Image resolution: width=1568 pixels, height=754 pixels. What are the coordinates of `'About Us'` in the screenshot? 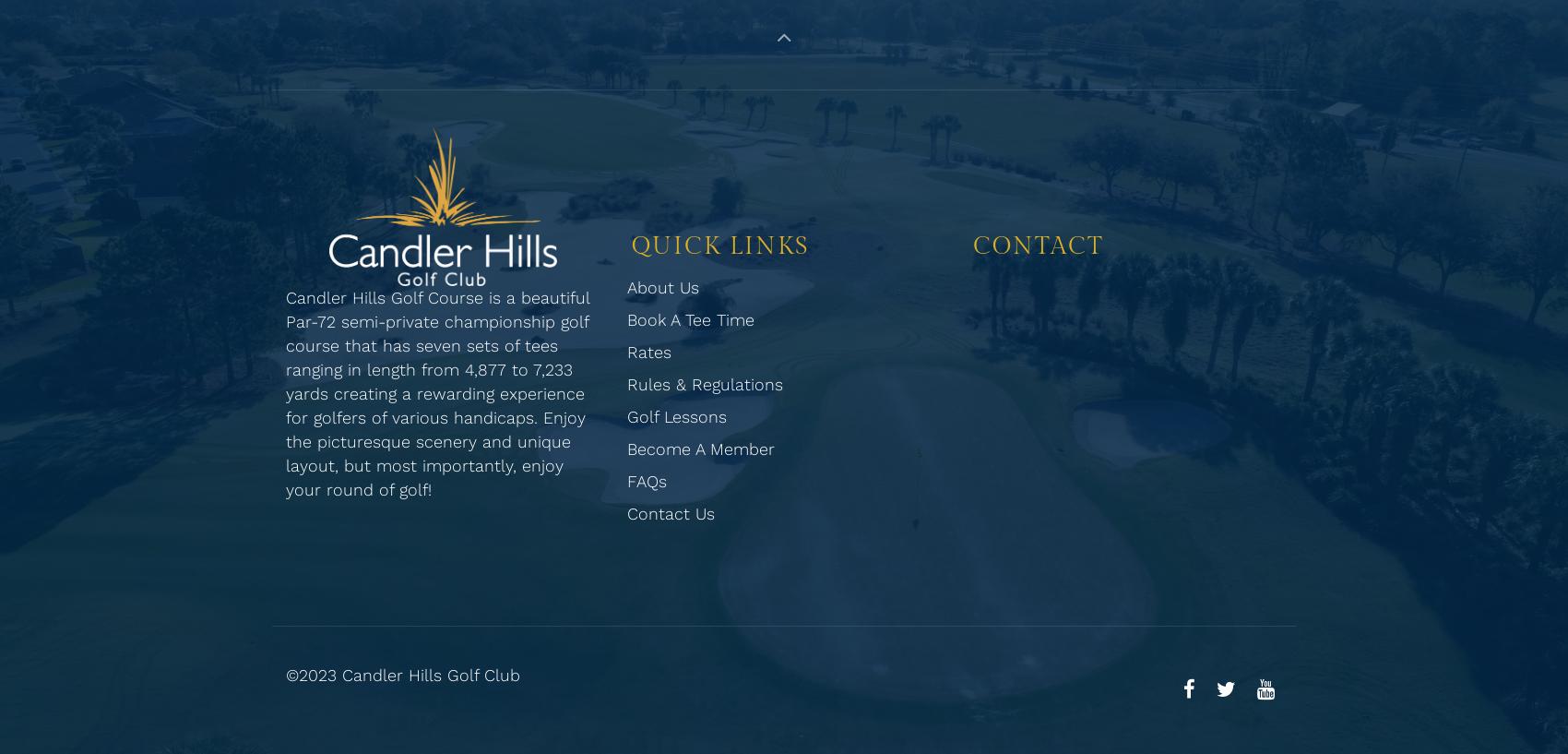 It's located at (627, 286).